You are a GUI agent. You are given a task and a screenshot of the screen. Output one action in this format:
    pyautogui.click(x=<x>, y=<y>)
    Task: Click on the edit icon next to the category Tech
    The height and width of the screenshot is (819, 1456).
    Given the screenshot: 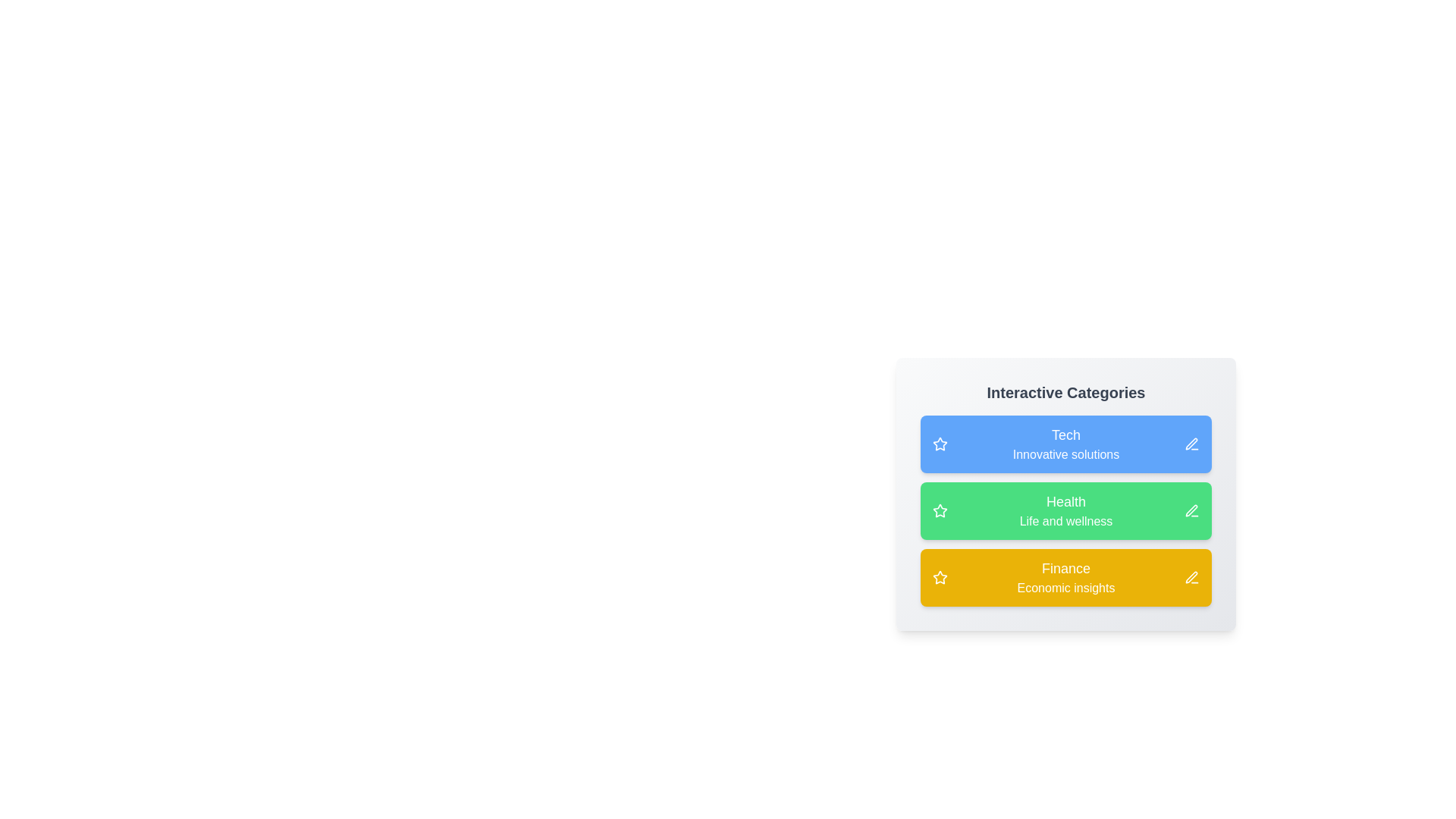 What is the action you would take?
    pyautogui.click(x=1191, y=444)
    